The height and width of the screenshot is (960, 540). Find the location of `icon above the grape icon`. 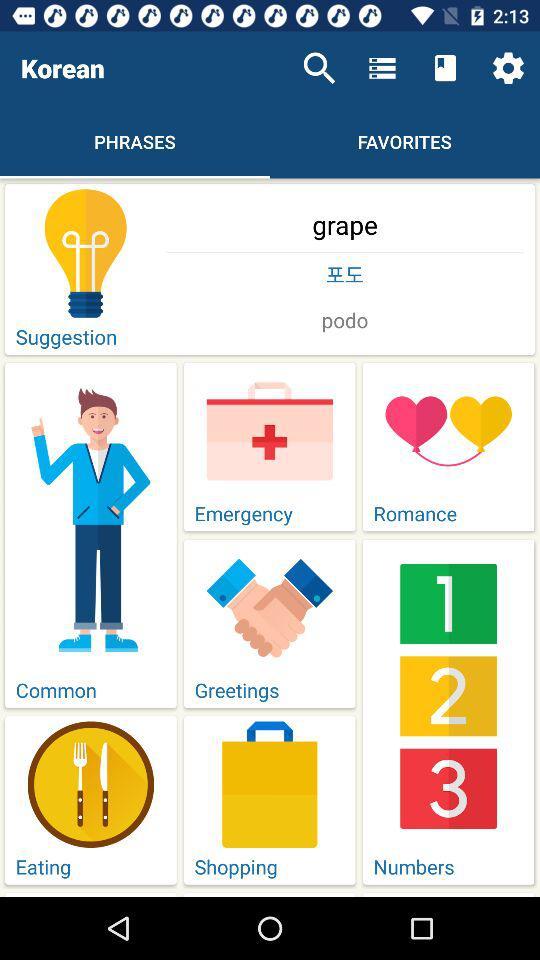

icon above the grape icon is located at coordinates (319, 68).